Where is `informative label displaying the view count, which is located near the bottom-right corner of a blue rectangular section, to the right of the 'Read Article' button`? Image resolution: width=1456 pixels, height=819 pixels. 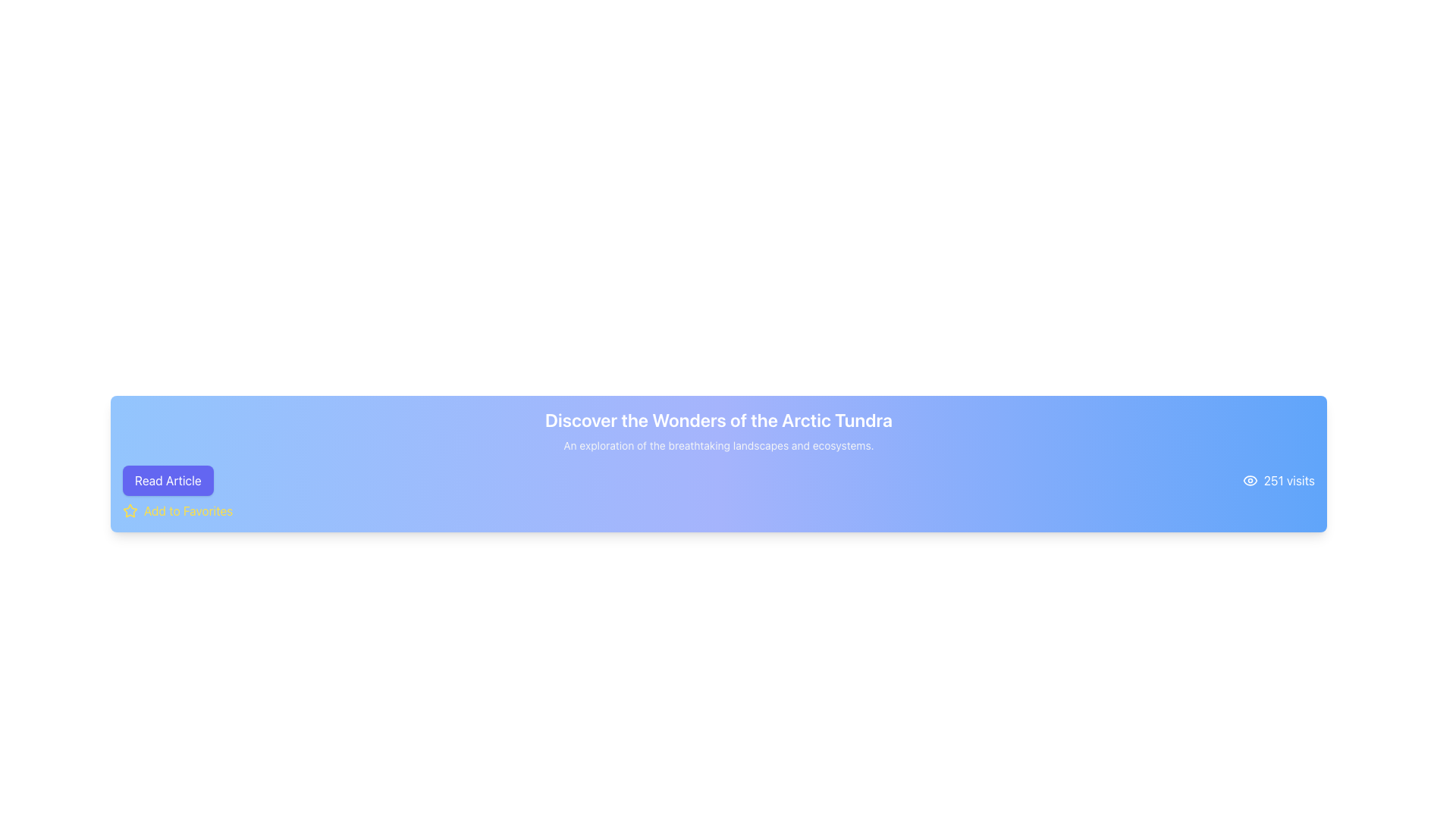 informative label displaying the view count, which is located near the bottom-right corner of a blue rectangular section, to the right of the 'Read Article' button is located at coordinates (1278, 480).